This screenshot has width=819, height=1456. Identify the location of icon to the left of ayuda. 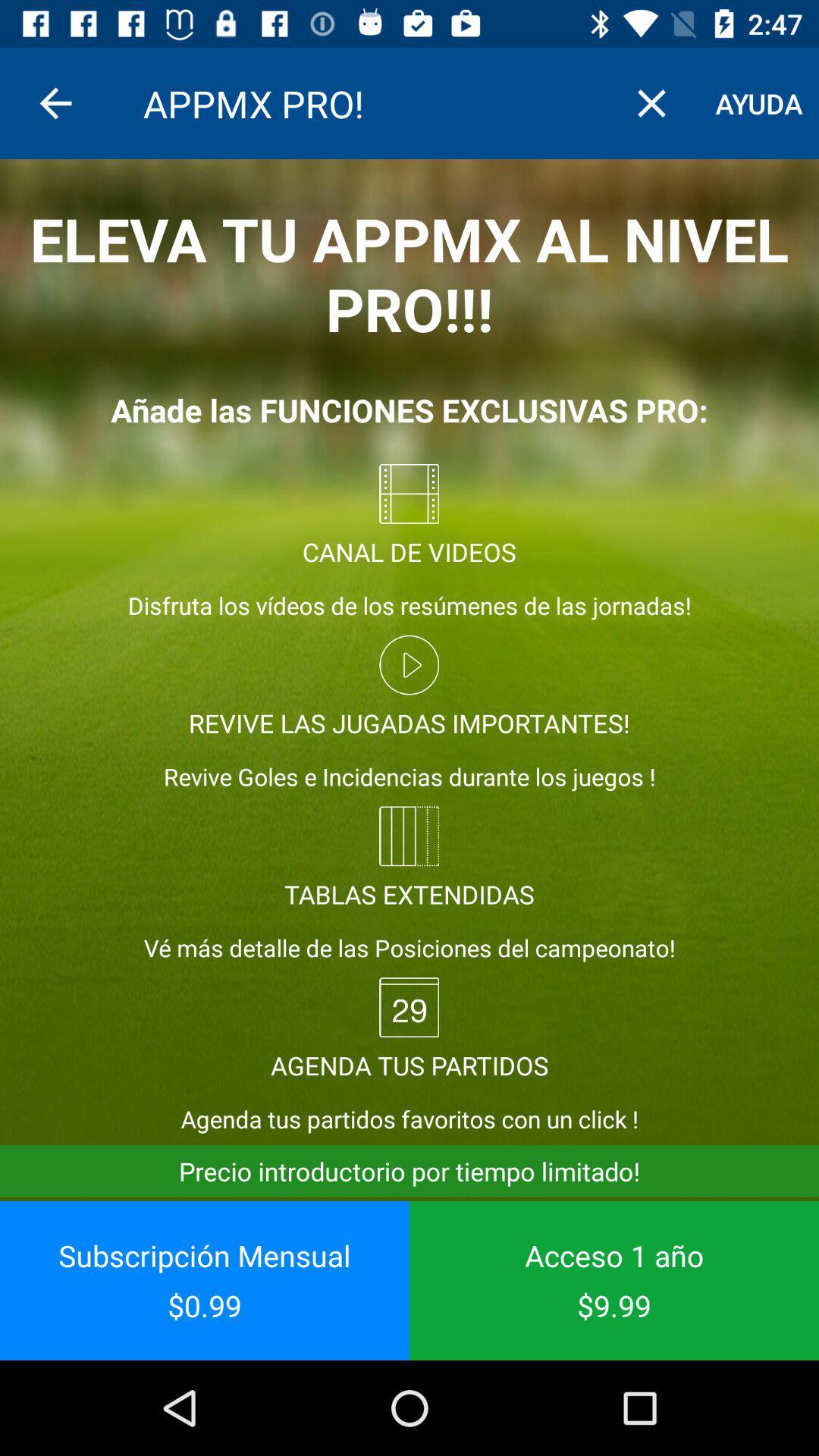
(651, 102).